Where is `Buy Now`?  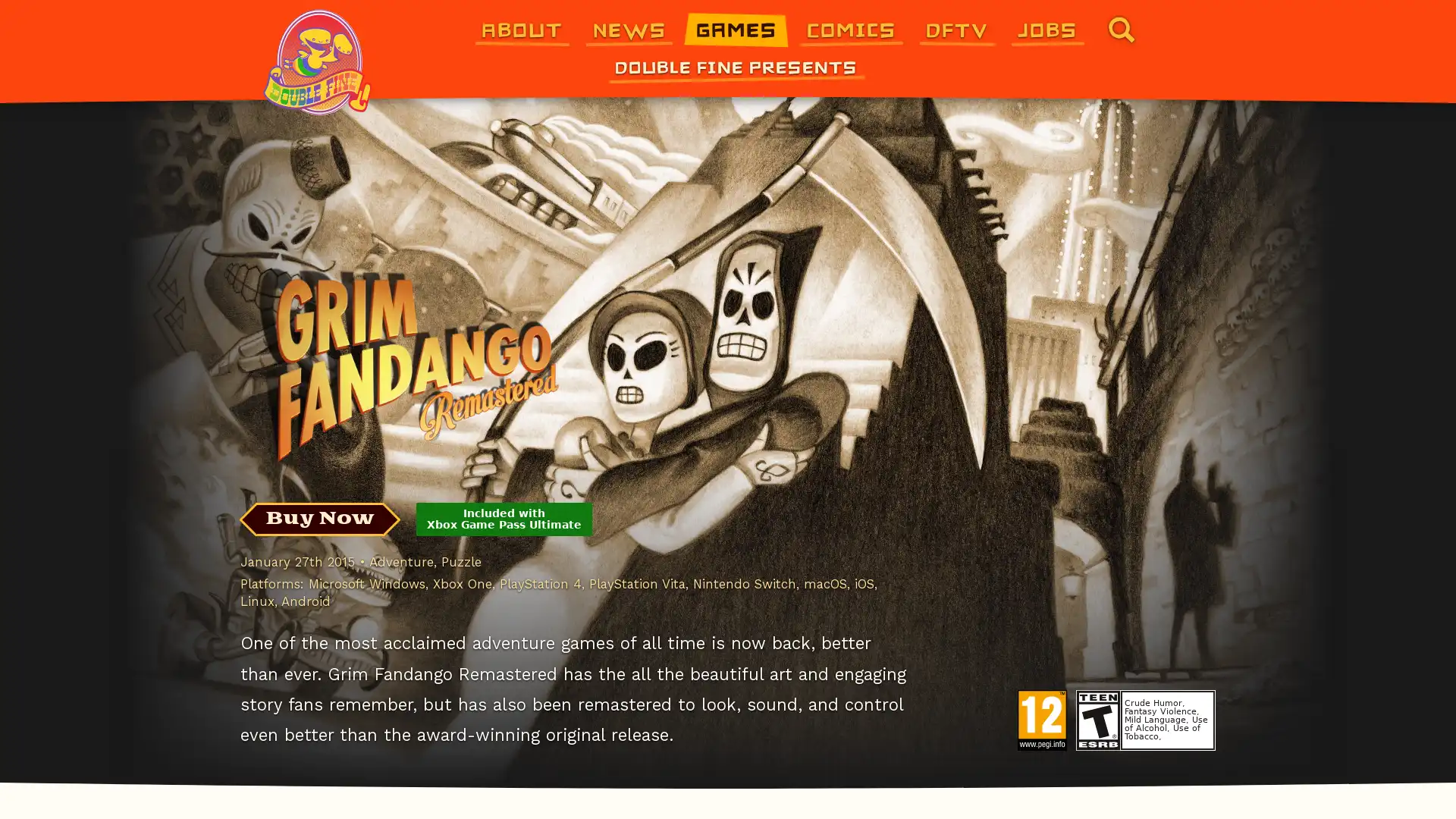 Buy Now is located at coordinates (318, 518).